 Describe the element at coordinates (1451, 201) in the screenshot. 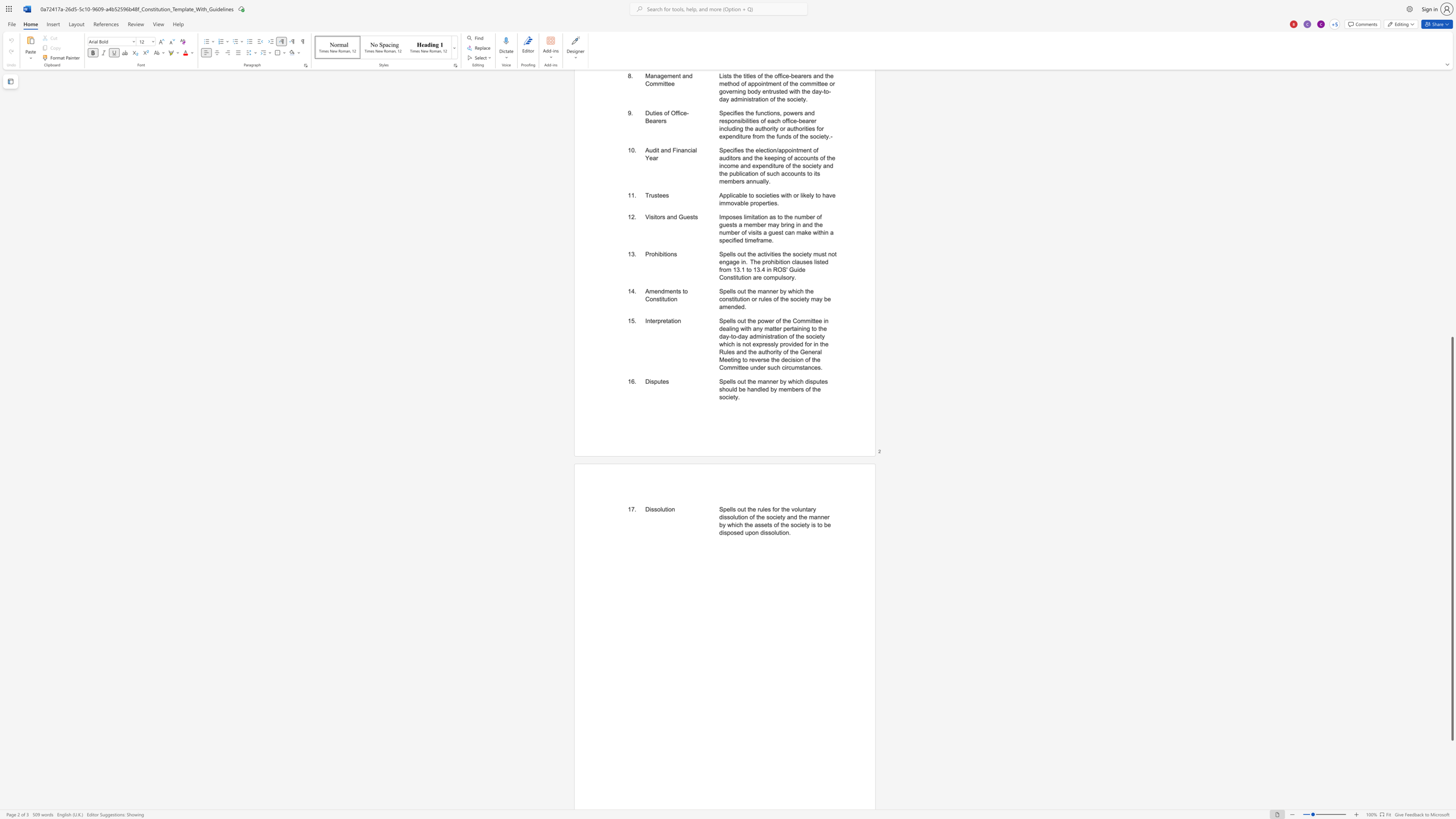

I see `the scrollbar to scroll the page up` at that location.